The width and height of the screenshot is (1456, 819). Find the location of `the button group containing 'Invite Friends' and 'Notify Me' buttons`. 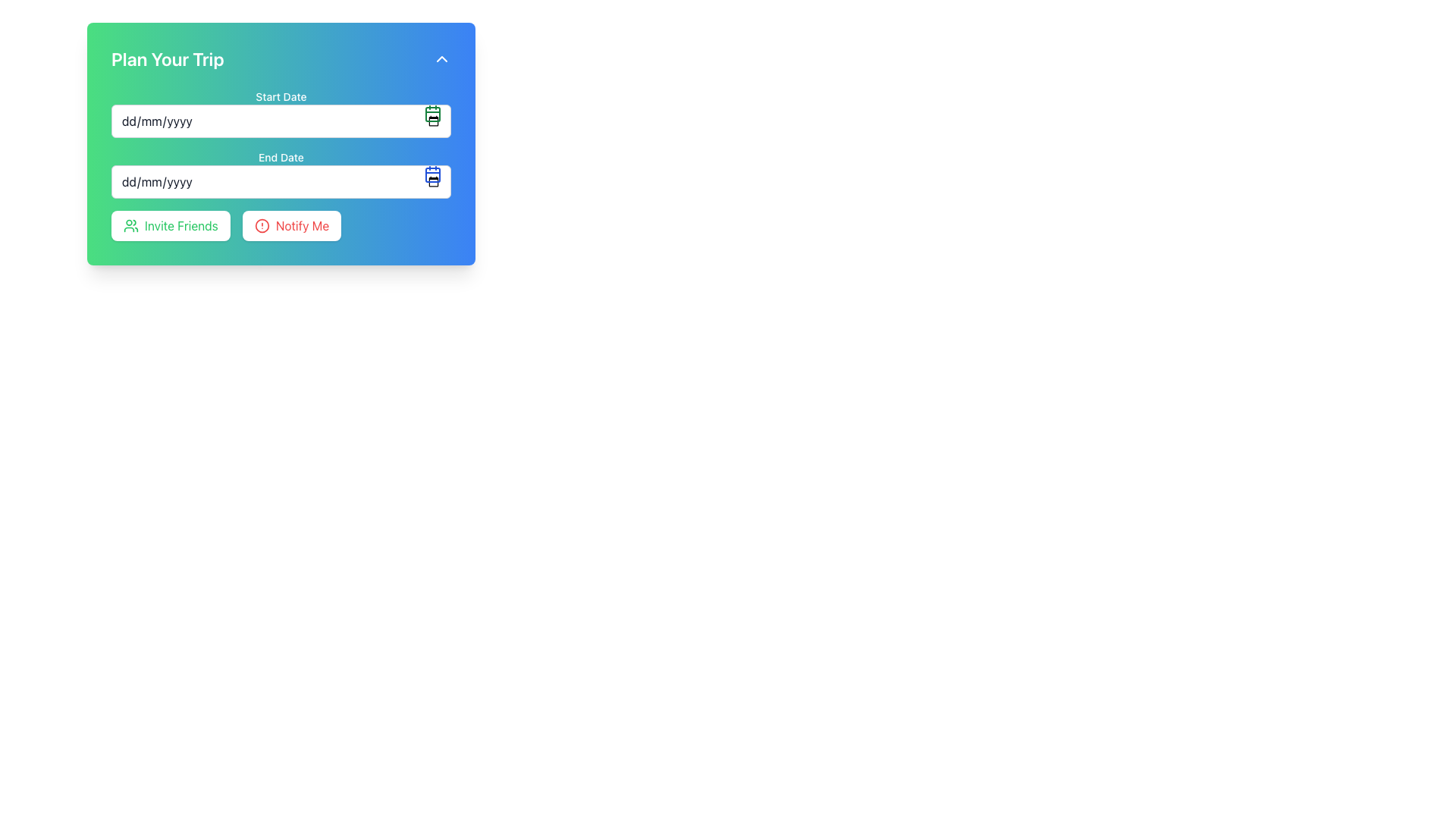

the button group containing 'Invite Friends' and 'Notify Me' buttons is located at coordinates (281, 225).